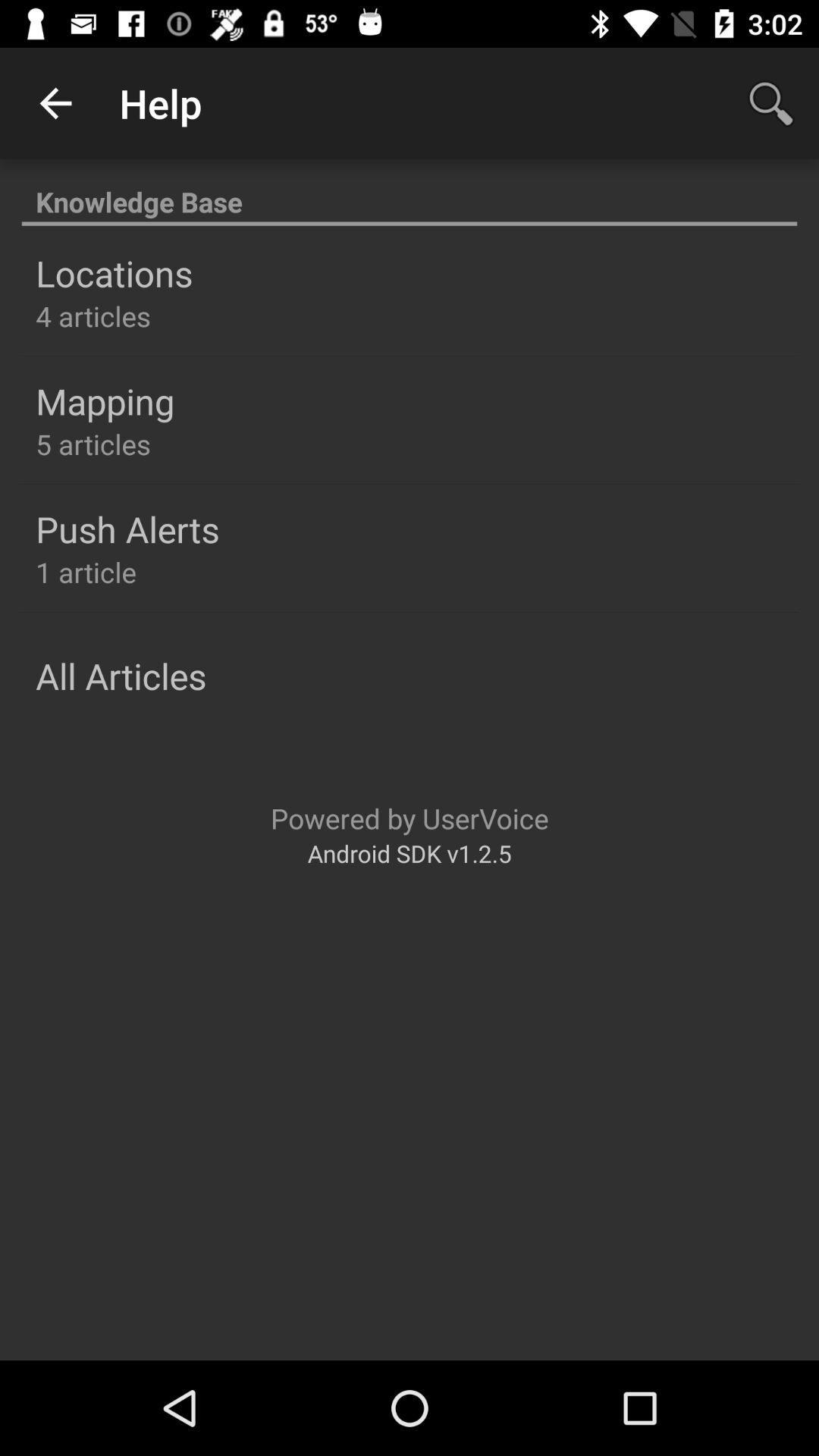 Image resolution: width=819 pixels, height=1456 pixels. I want to click on the icon above the 4 articles, so click(113, 273).